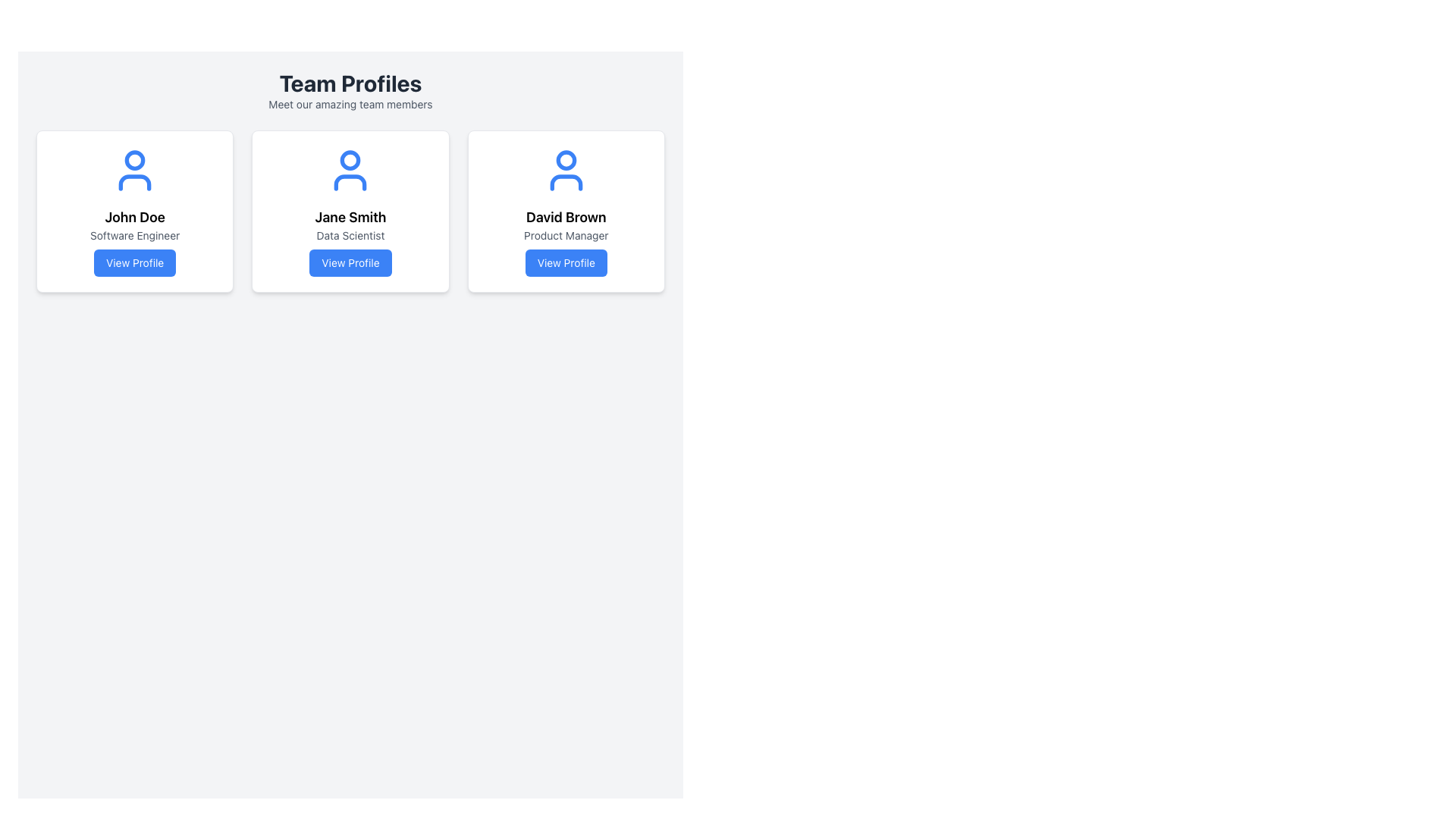  I want to click on the text label reading 'Software Engineer', which is styled with a smaller gray font and positioned directly below the name 'John Doe' in the card, so click(135, 236).